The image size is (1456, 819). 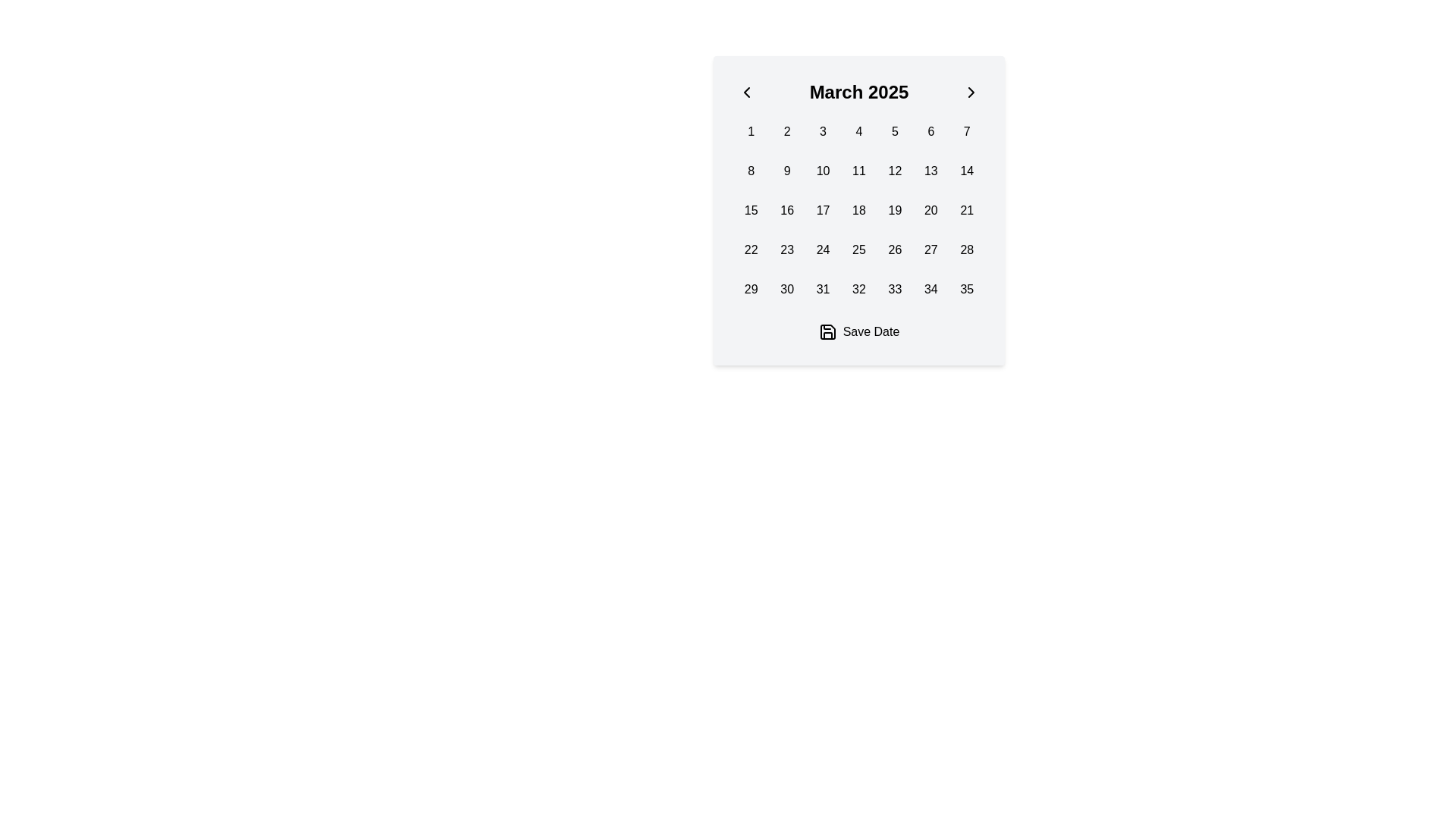 What do you see at coordinates (895, 130) in the screenshot?
I see `the selectable calendar date button for the 5th day of the month` at bounding box center [895, 130].